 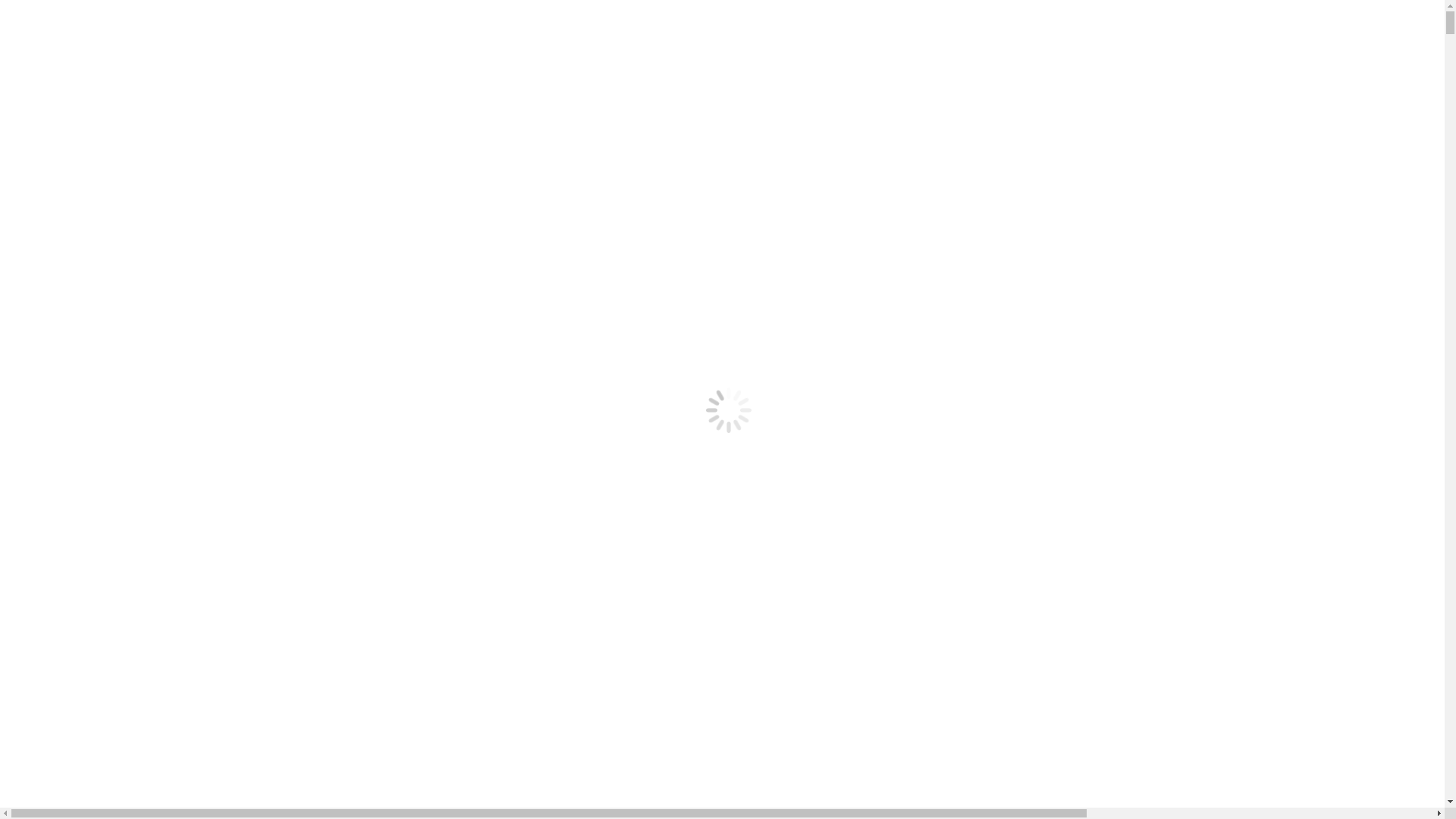 I want to click on 'Home', so click(x=51, y=124).